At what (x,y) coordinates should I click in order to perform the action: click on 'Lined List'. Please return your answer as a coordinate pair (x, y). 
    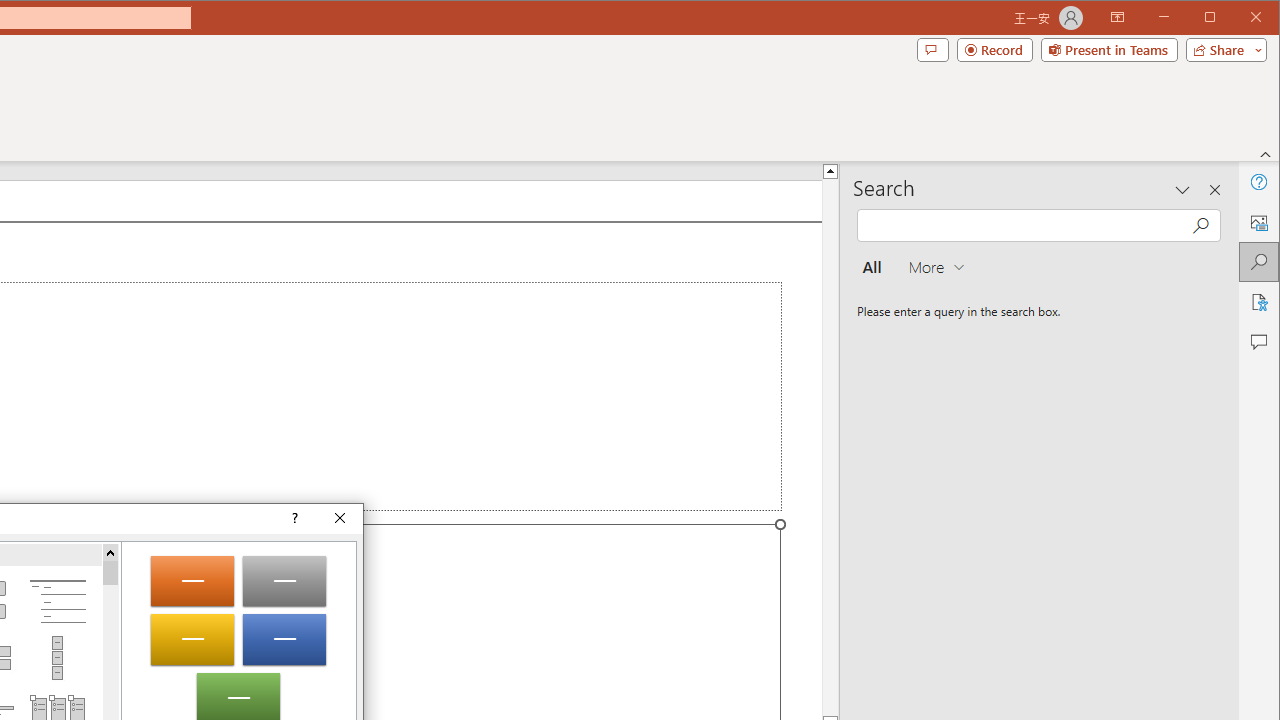
    Looking at the image, I should click on (57, 600).